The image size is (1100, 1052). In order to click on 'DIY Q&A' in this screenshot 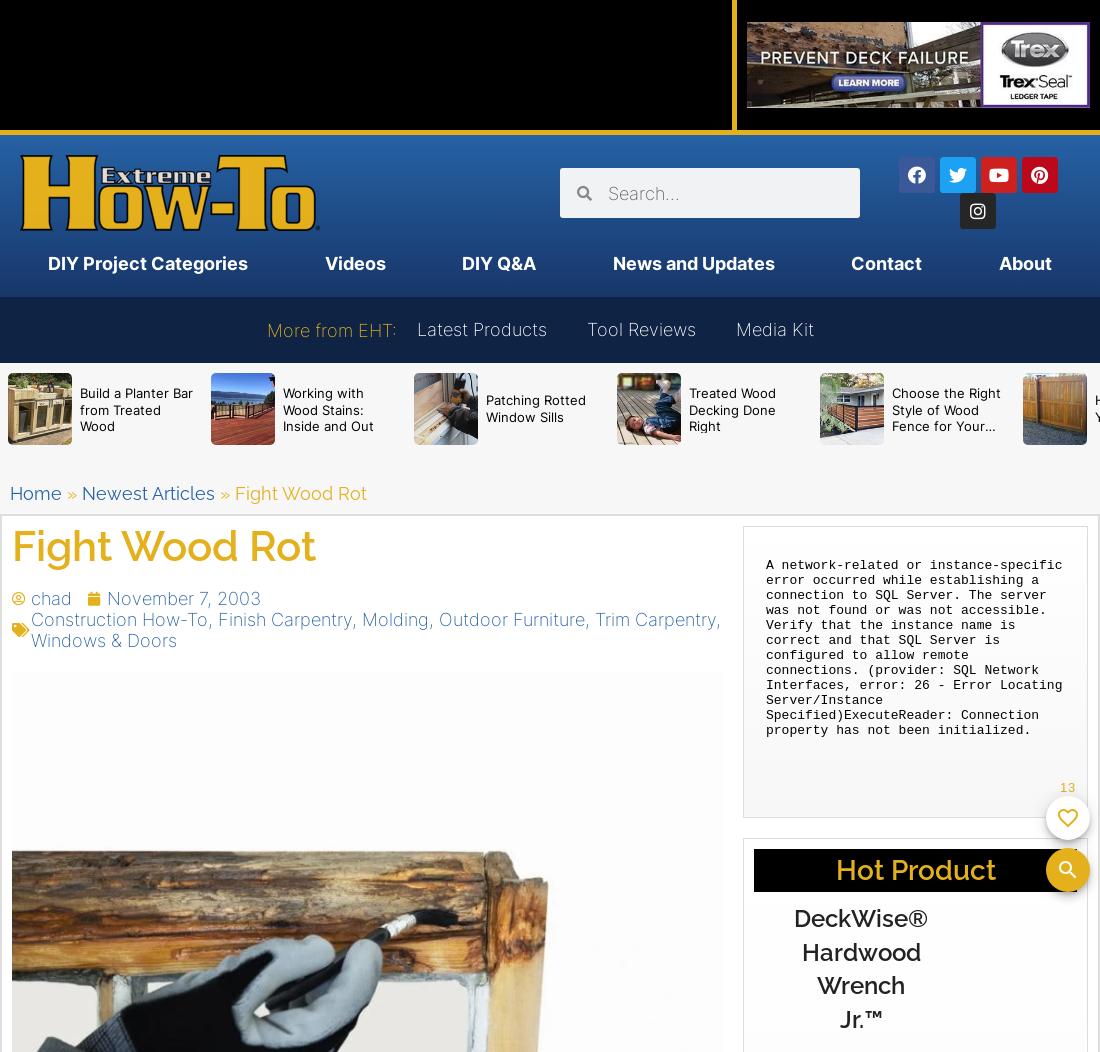, I will do `click(498, 263)`.